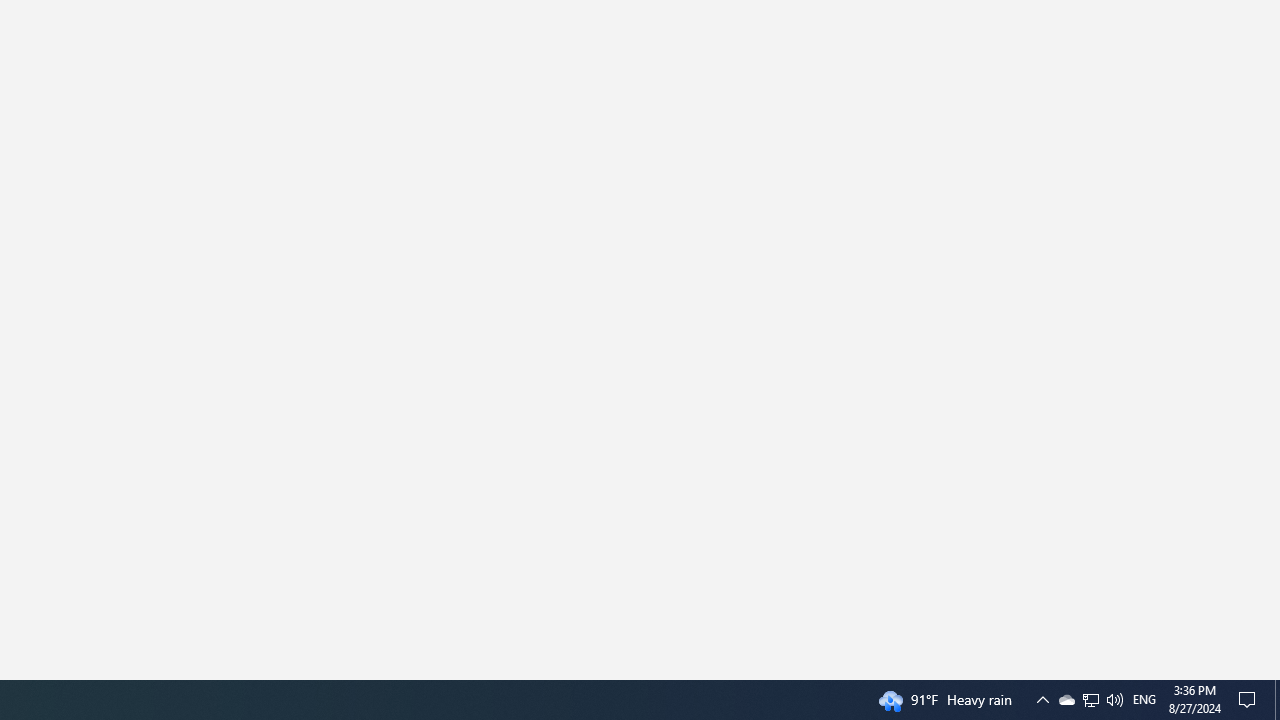 This screenshot has width=1280, height=720. What do you see at coordinates (1089, 698) in the screenshot?
I see `'Tray Input Indicator - English (United States)'` at bounding box center [1089, 698].